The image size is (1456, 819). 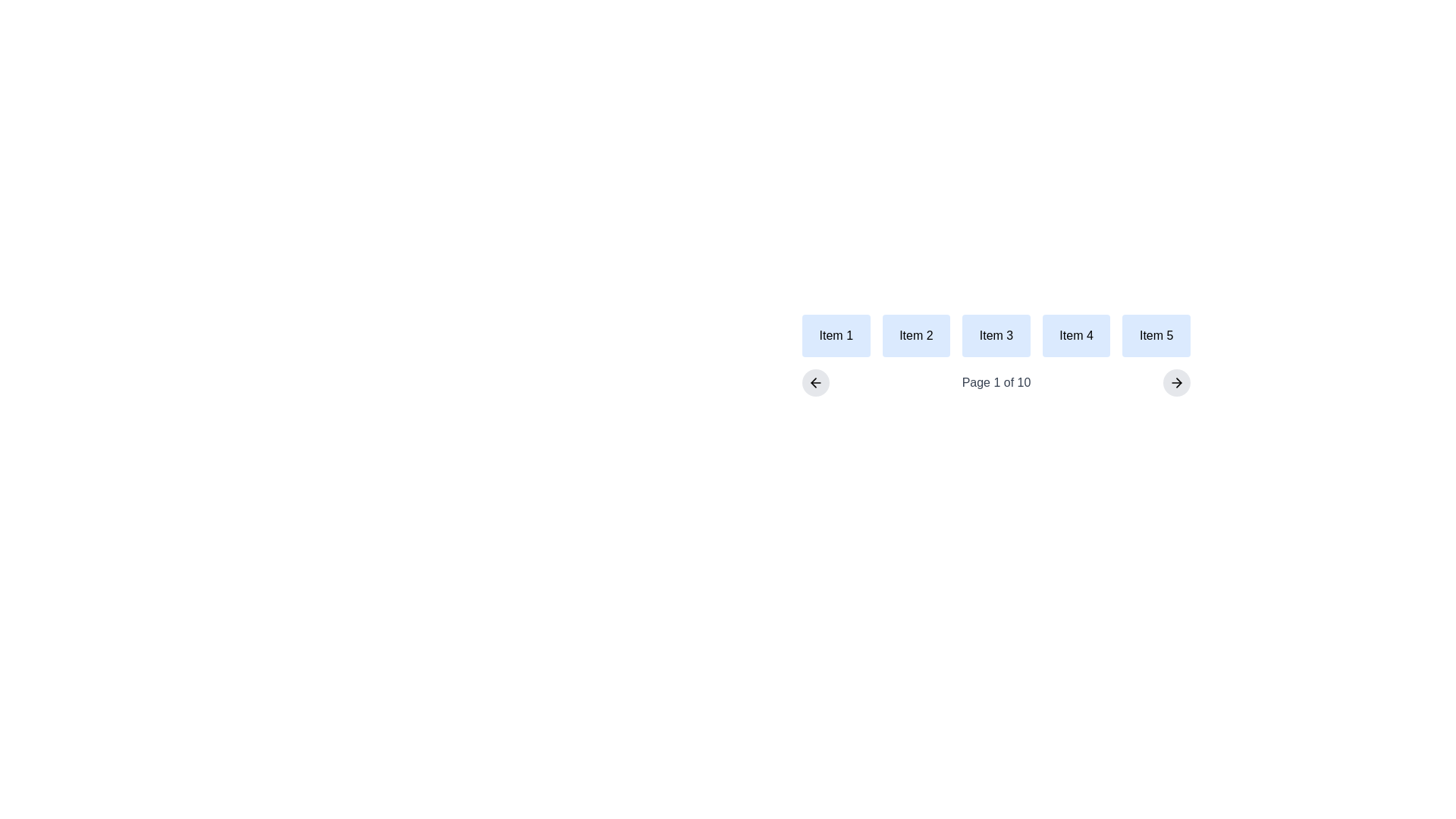 I want to click on the circular button with a leftward-pointing arrow icon located in the lower-left area of the pagination panel if it is enabled, so click(x=814, y=382).